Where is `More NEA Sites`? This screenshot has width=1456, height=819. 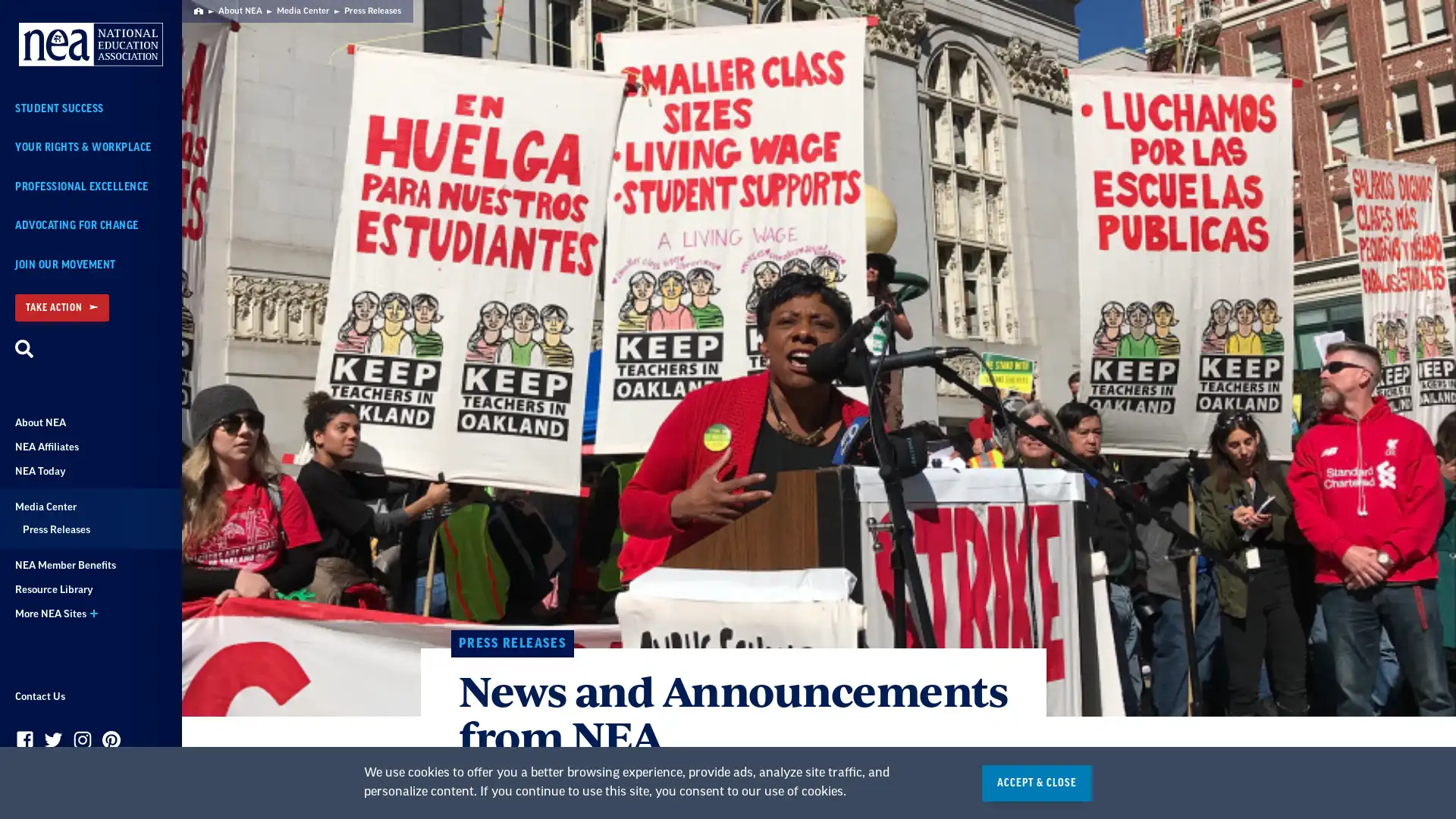 More NEA Sites is located at coordinates (90, 614).